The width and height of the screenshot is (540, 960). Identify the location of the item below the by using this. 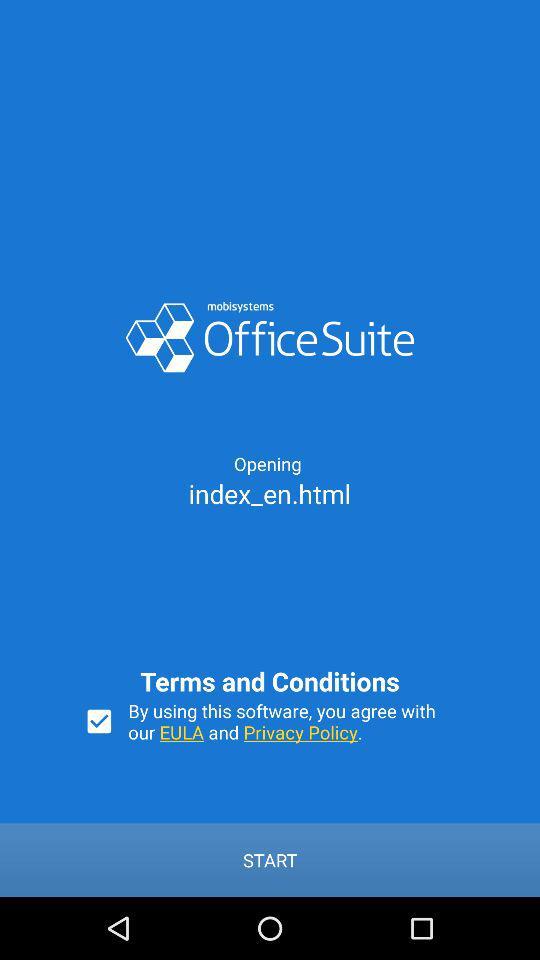
(270, 859).